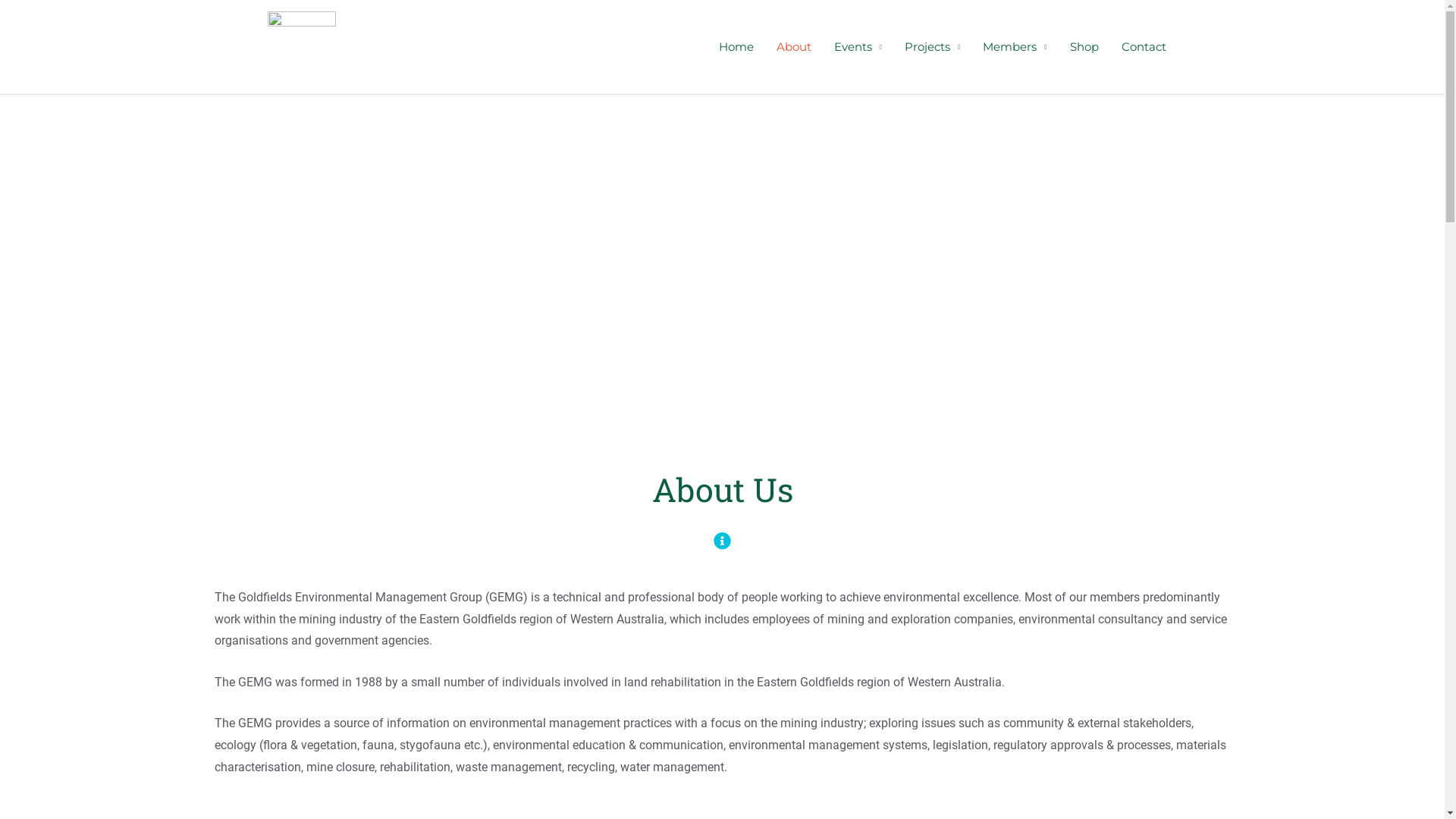 The image size is (1456, 819). I want to click on 'Shop', so click(1058, 45).